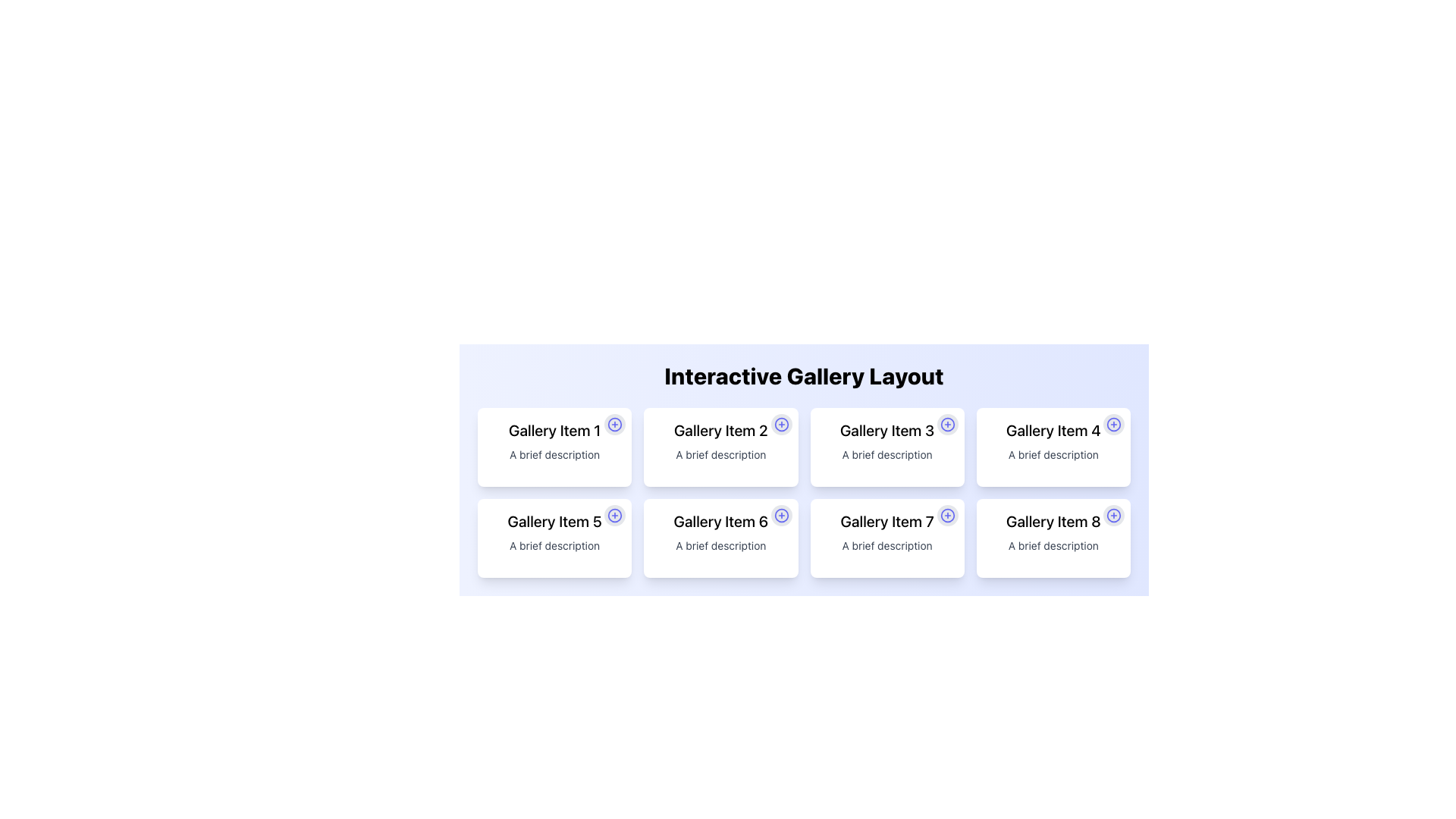 The height and width of the screenshot is (819, 1456). What do you see at coordinates (1053, 546) in the screenshot?
I see `the text element containing the phrase 'A brief description', which is styled with a small gray font and located within the card labeled 'Gallery Item 8'` at bounding box center [1053, 546].